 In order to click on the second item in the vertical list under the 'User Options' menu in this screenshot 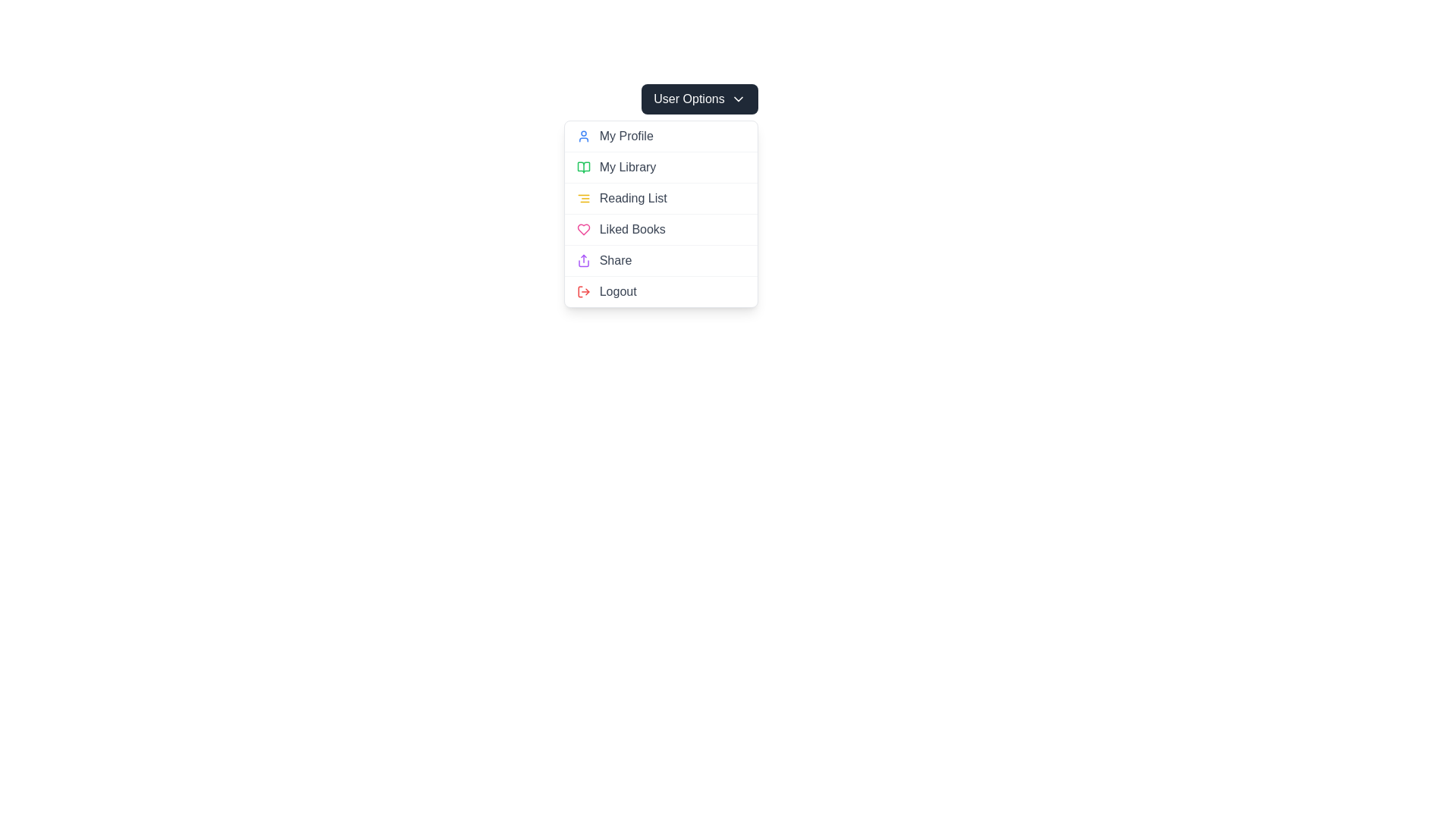, I will do `click(661, 167)`.